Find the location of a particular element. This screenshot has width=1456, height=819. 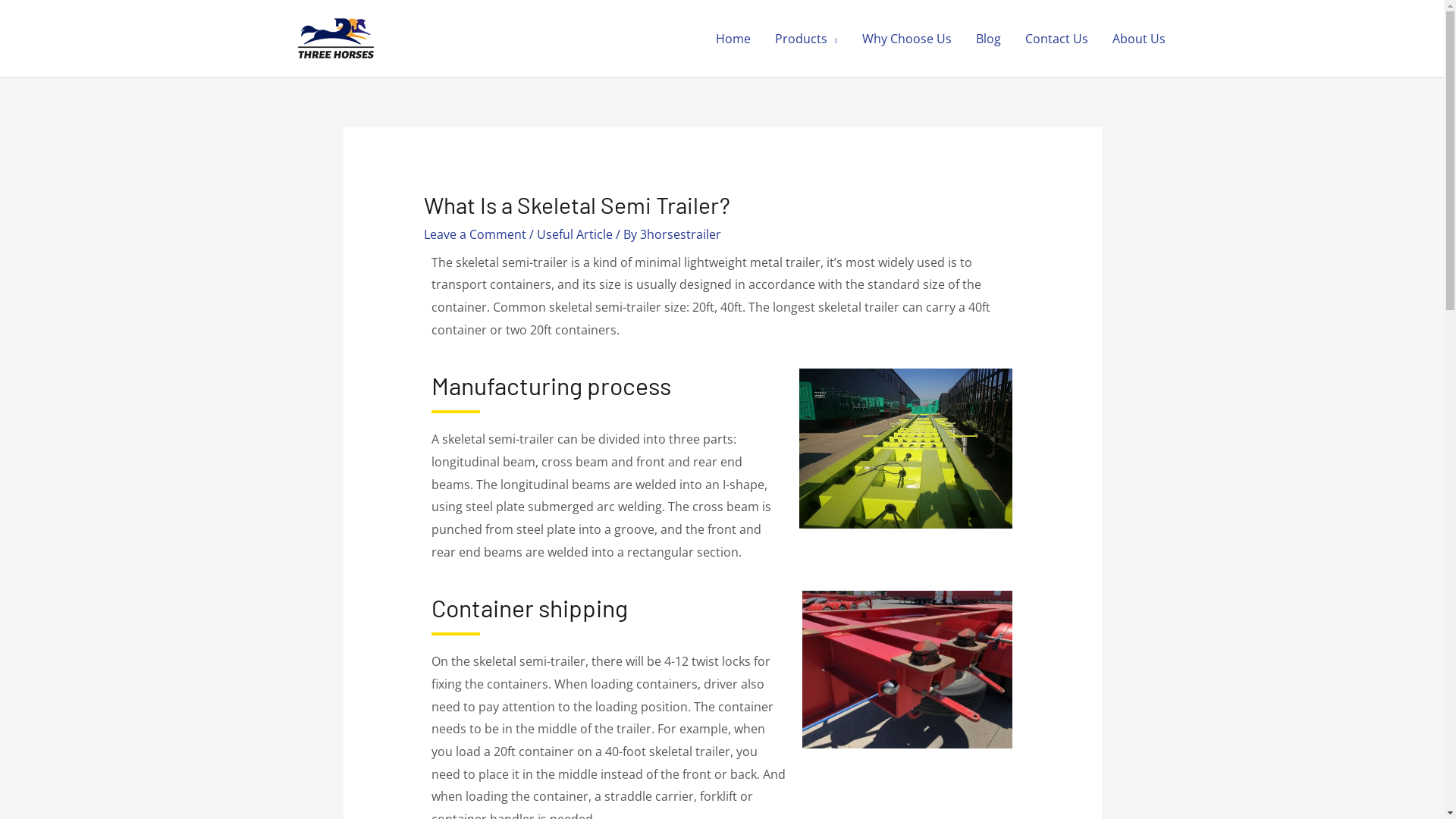

'Blog' is located at coordinates (987, 37).